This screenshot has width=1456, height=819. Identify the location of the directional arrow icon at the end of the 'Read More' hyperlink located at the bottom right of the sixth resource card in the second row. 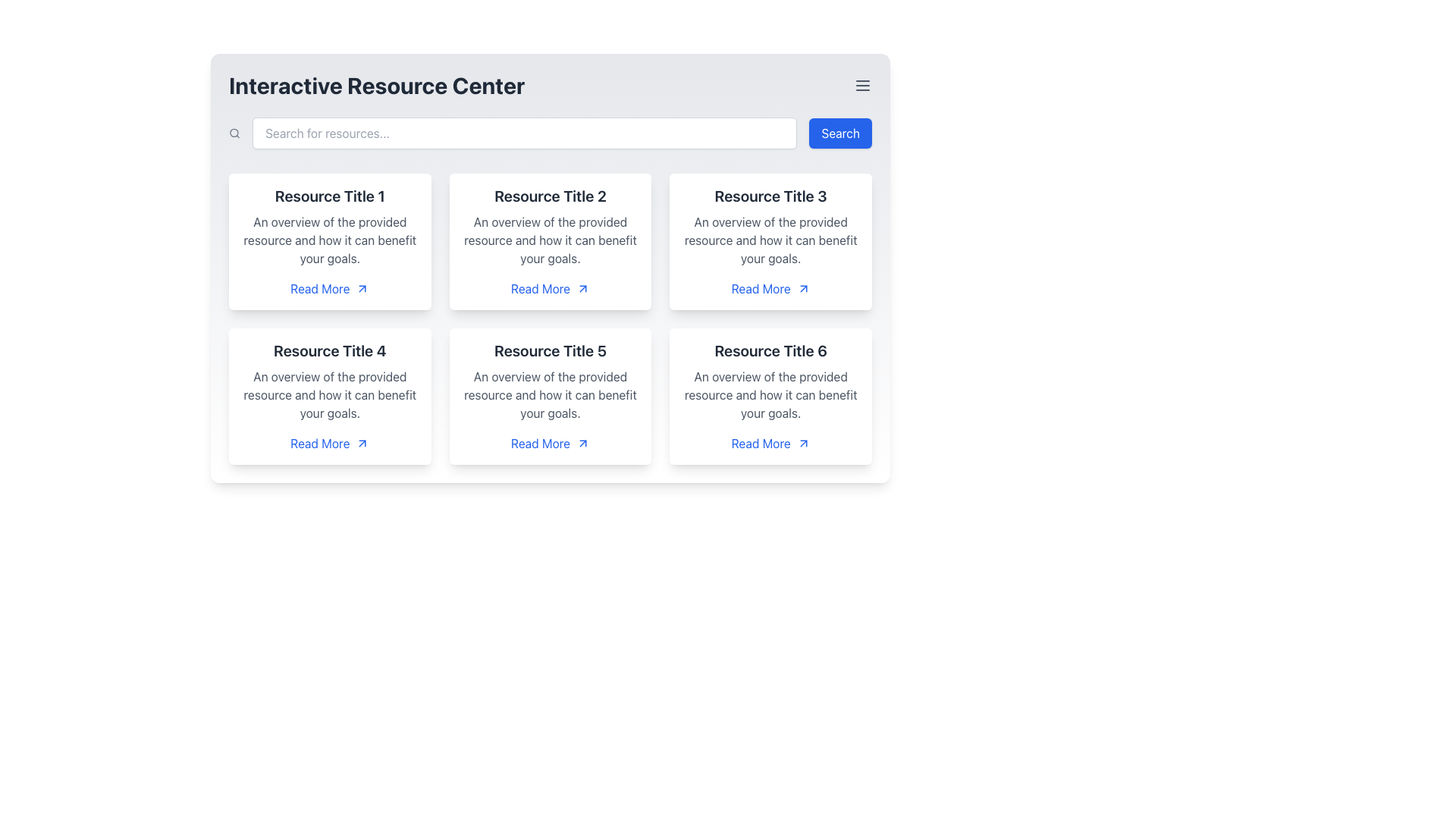
(802, 444).